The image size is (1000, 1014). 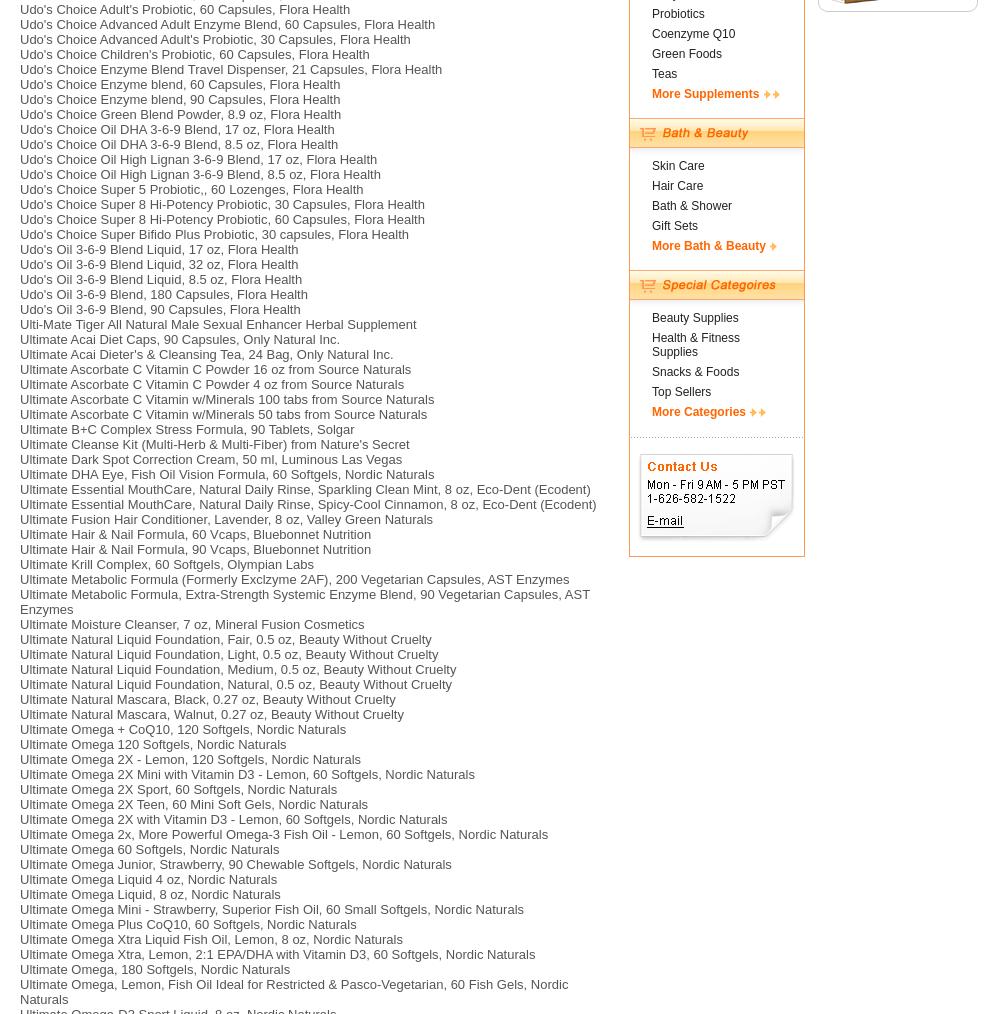 What do you see at coordinates (652, 12) in the screenshot?
I see `'Probiotics'` at bounding box center [652, 12].